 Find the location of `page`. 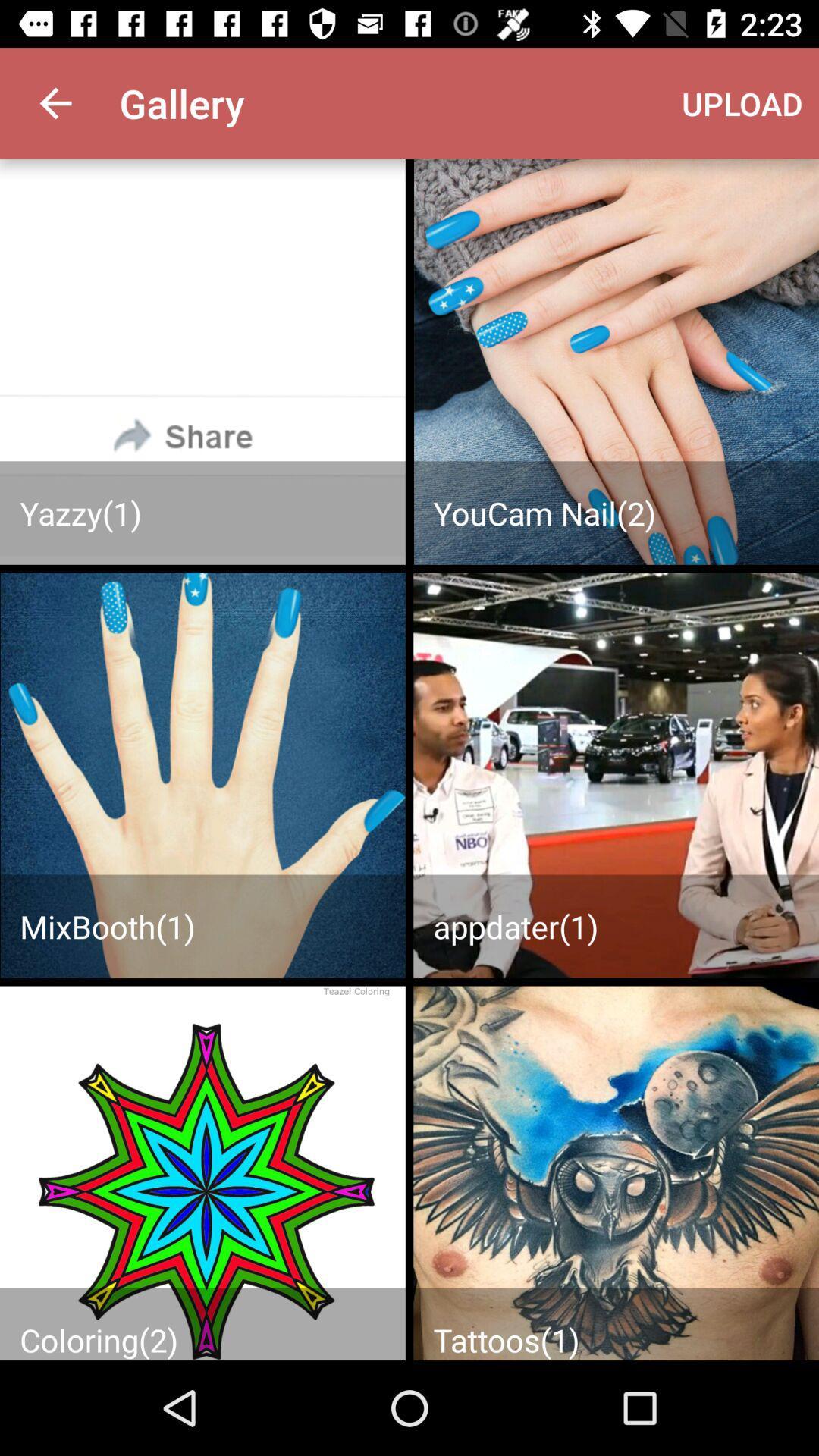

page is located at coordinates (616, 775).